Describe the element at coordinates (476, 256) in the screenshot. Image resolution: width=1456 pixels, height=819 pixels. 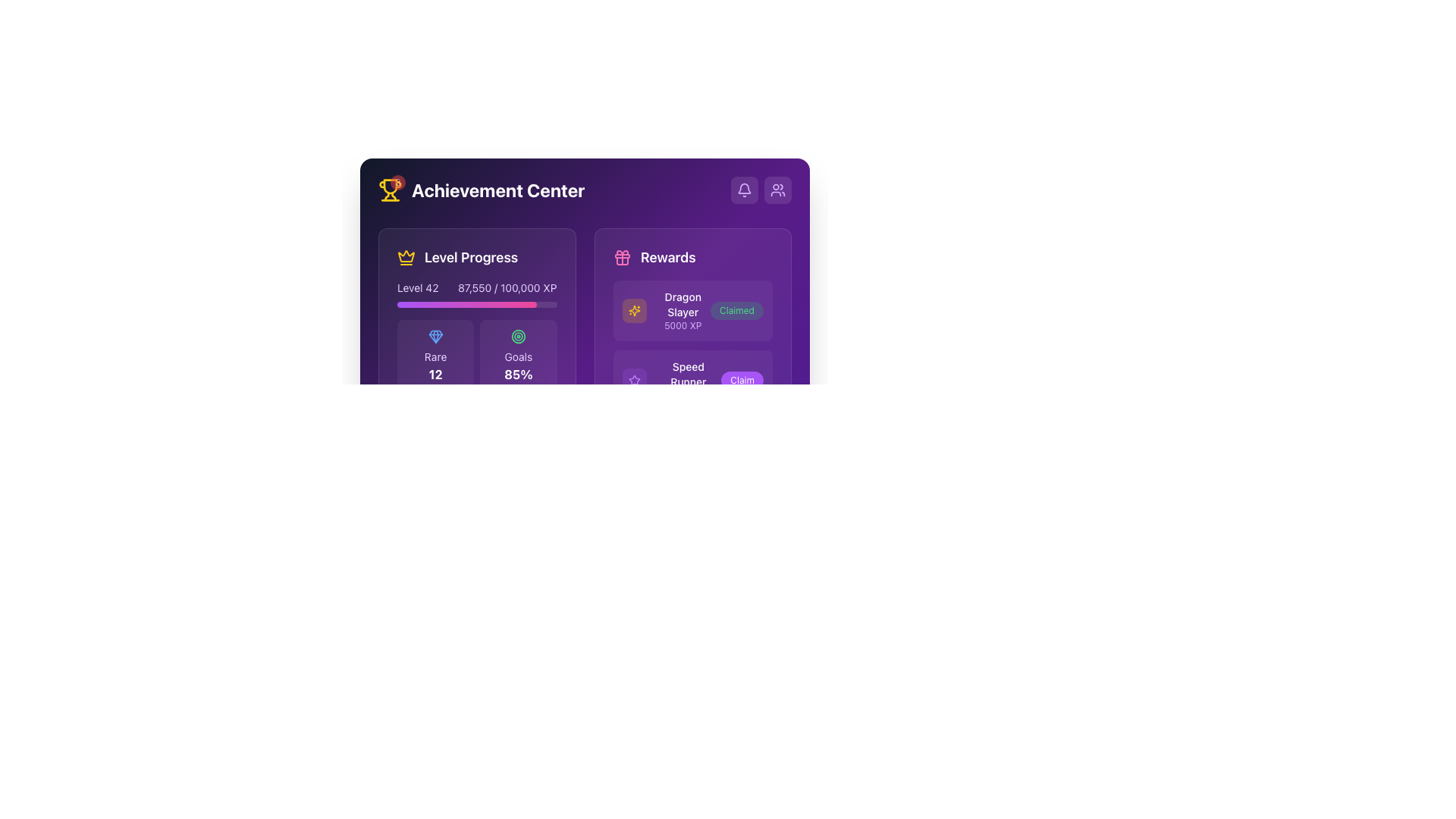
I see `the 'Level Progress' header section, which includes a yellow crown icon and bold white text, located at the top of the left panel` at that location.